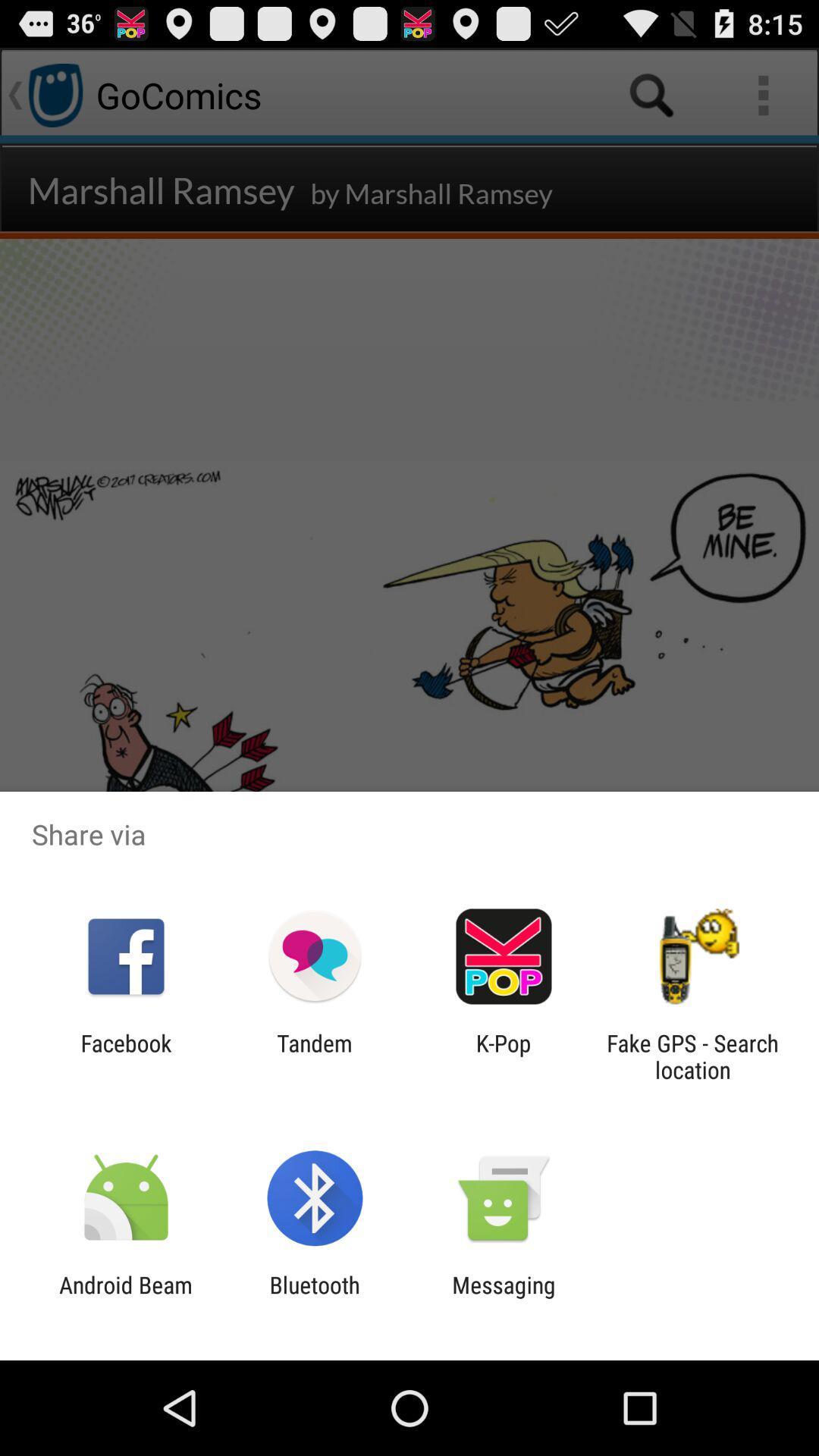 The width and height of the screenshot is (819, 1456). Describe the element at coordinates (692, 1056) in the screenshot. I see `icon at the bottom right corner` at that location.